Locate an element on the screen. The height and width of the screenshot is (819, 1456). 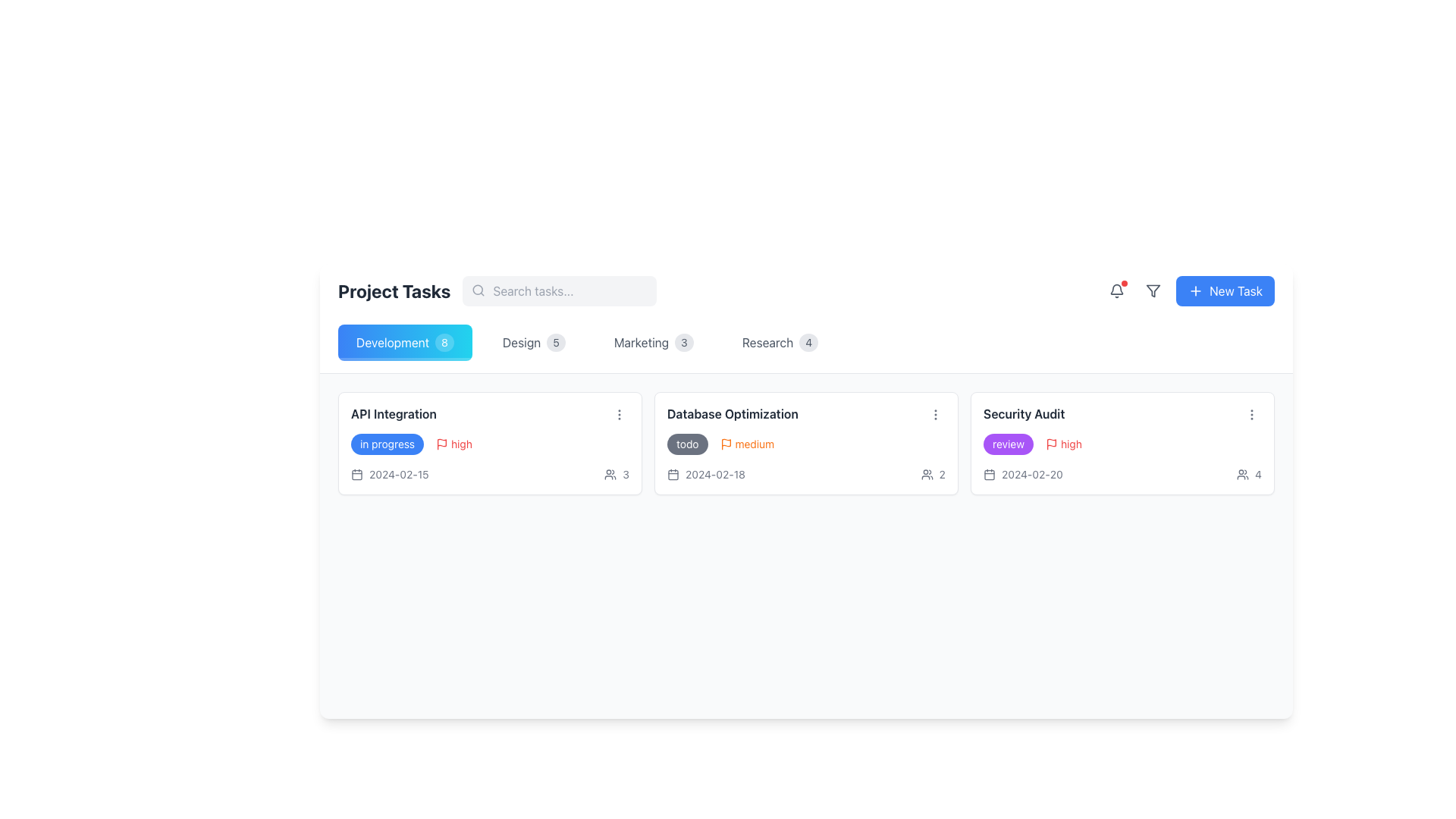
to select the category 'Design' from the navigation bar, which is positioned as the second category after 'Development' is located at coordinates (534, 342).